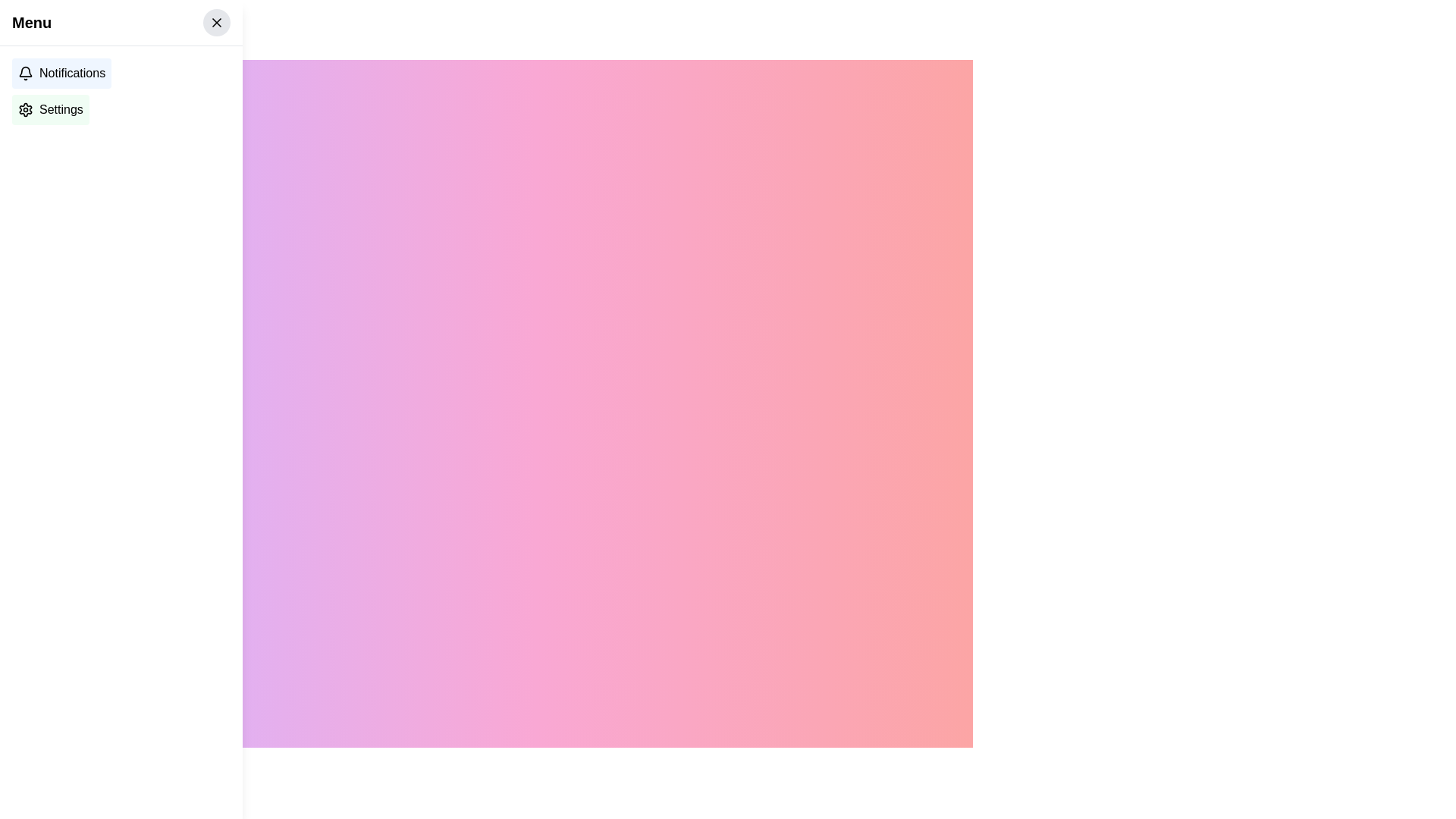 Image resolution: width=1456 pixels, height=819 pixels. Describe the element at coordinates (216, 23) in the screenshot. I see `the close button located in the top-right corner of the header bar` at that location.